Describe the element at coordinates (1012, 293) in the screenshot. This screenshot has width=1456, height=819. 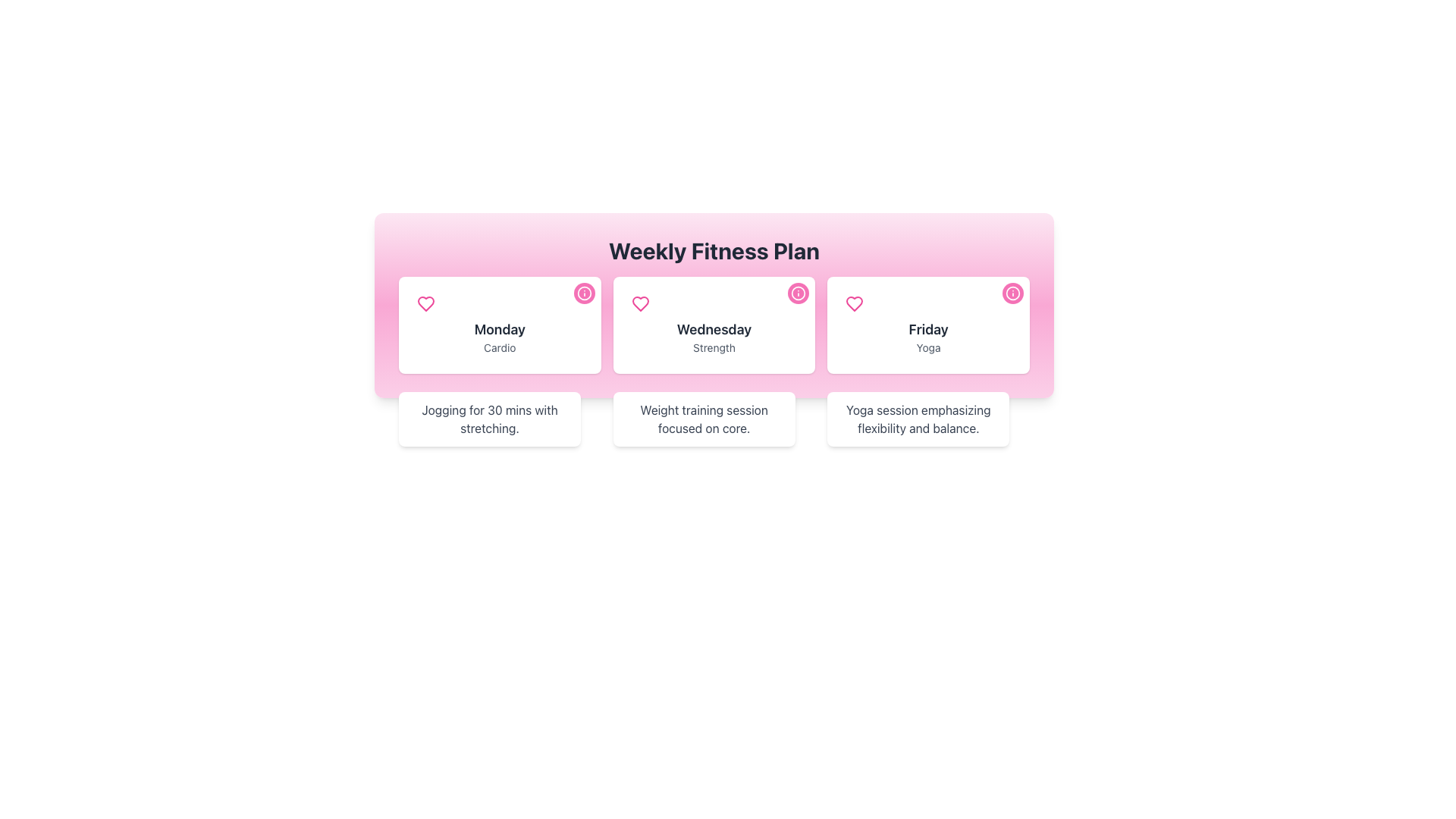
I see `the action button located at the top-right corner of the 'Friday' card` at that location.